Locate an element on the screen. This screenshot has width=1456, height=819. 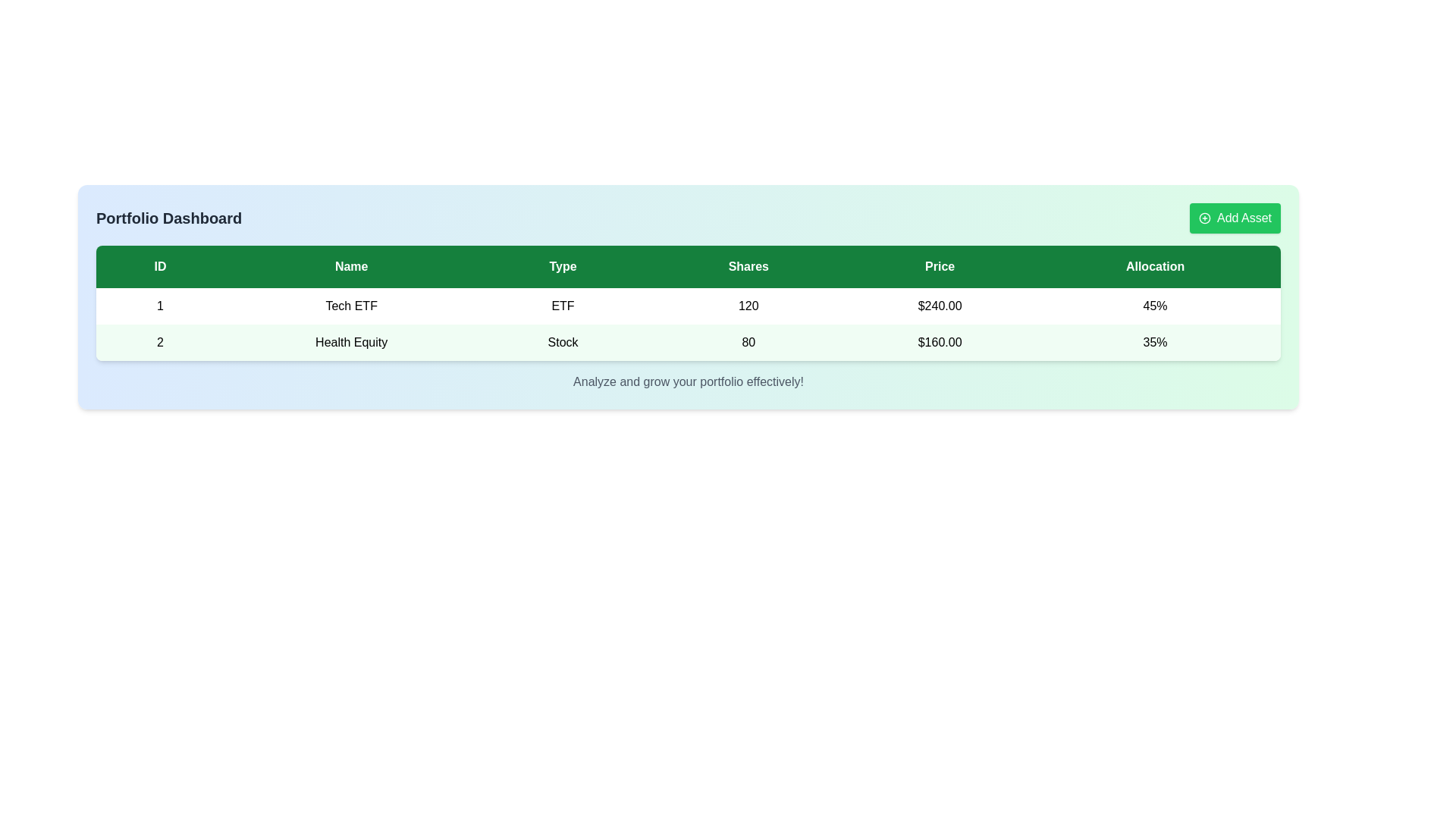
the header text label indicating shares of assets, which is the fourth element in the header row between 'Type' and 'Price' is located at coordinates (748, 265).